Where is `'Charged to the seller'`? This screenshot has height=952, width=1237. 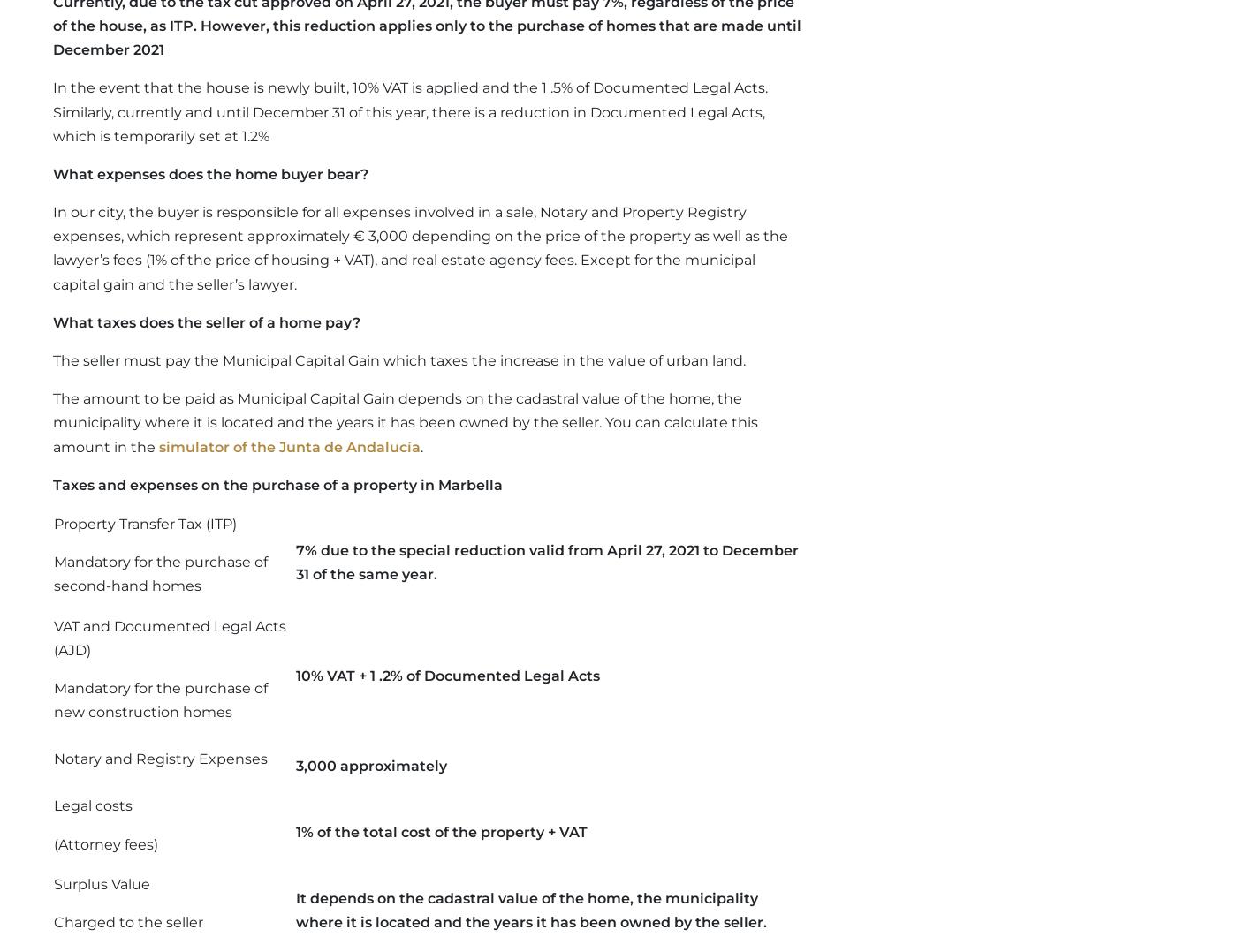
'Charged to the seller' is located at coordinates (54, 922).